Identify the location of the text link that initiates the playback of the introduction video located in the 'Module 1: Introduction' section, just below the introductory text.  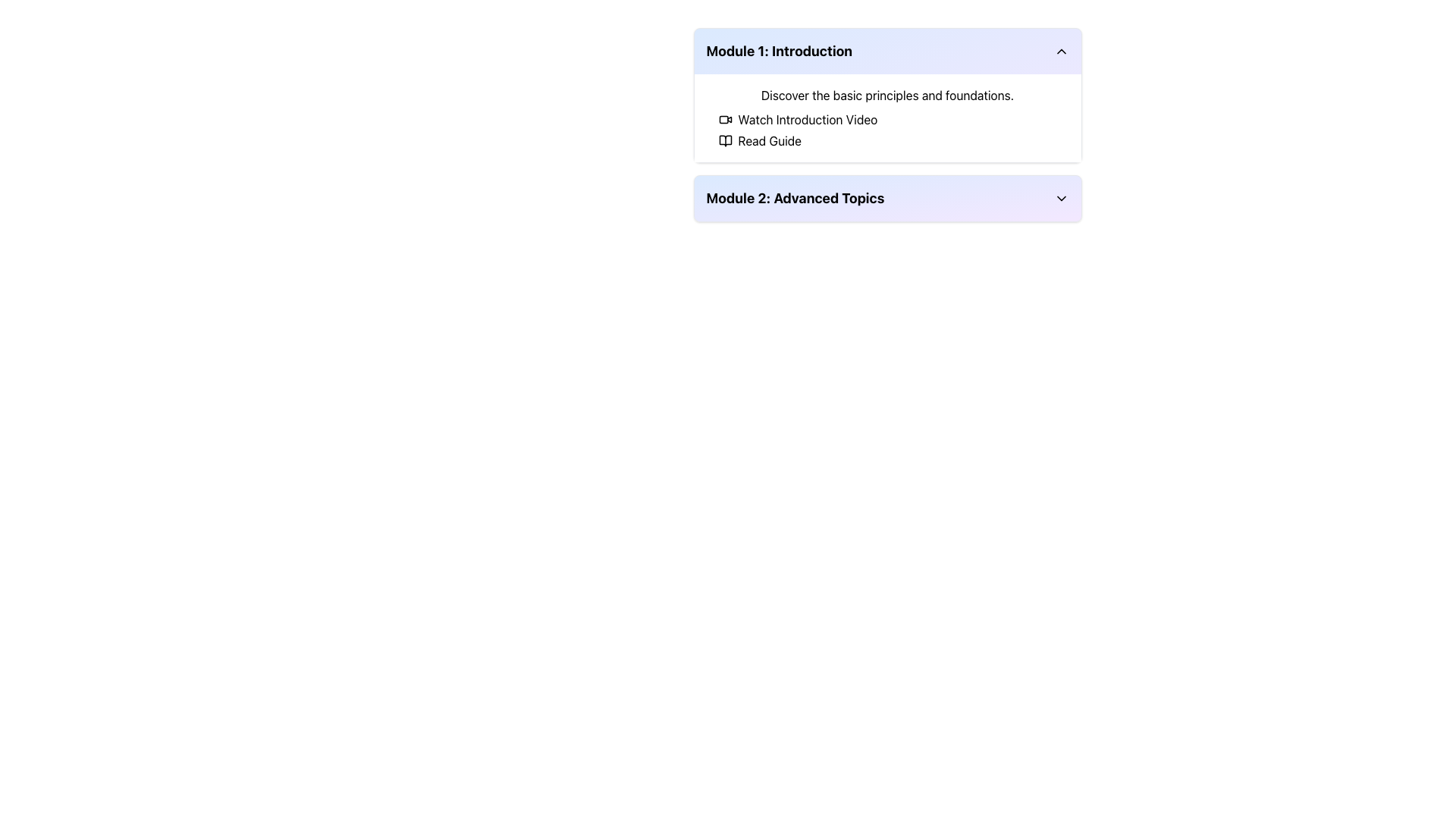
(807, 119).